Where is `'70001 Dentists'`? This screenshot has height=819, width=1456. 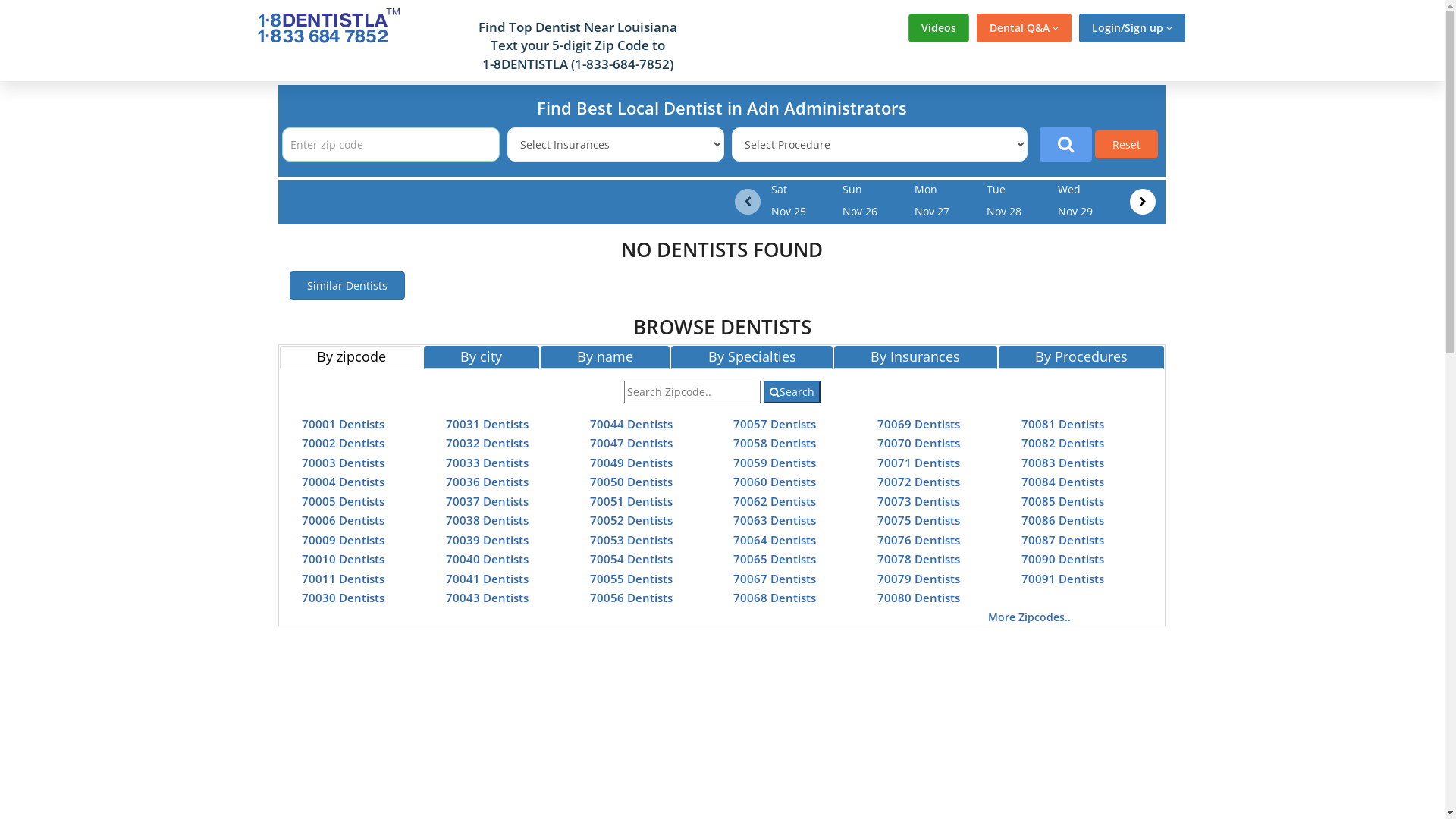 '70001 Dentists' is located at coordinates (342, 423).